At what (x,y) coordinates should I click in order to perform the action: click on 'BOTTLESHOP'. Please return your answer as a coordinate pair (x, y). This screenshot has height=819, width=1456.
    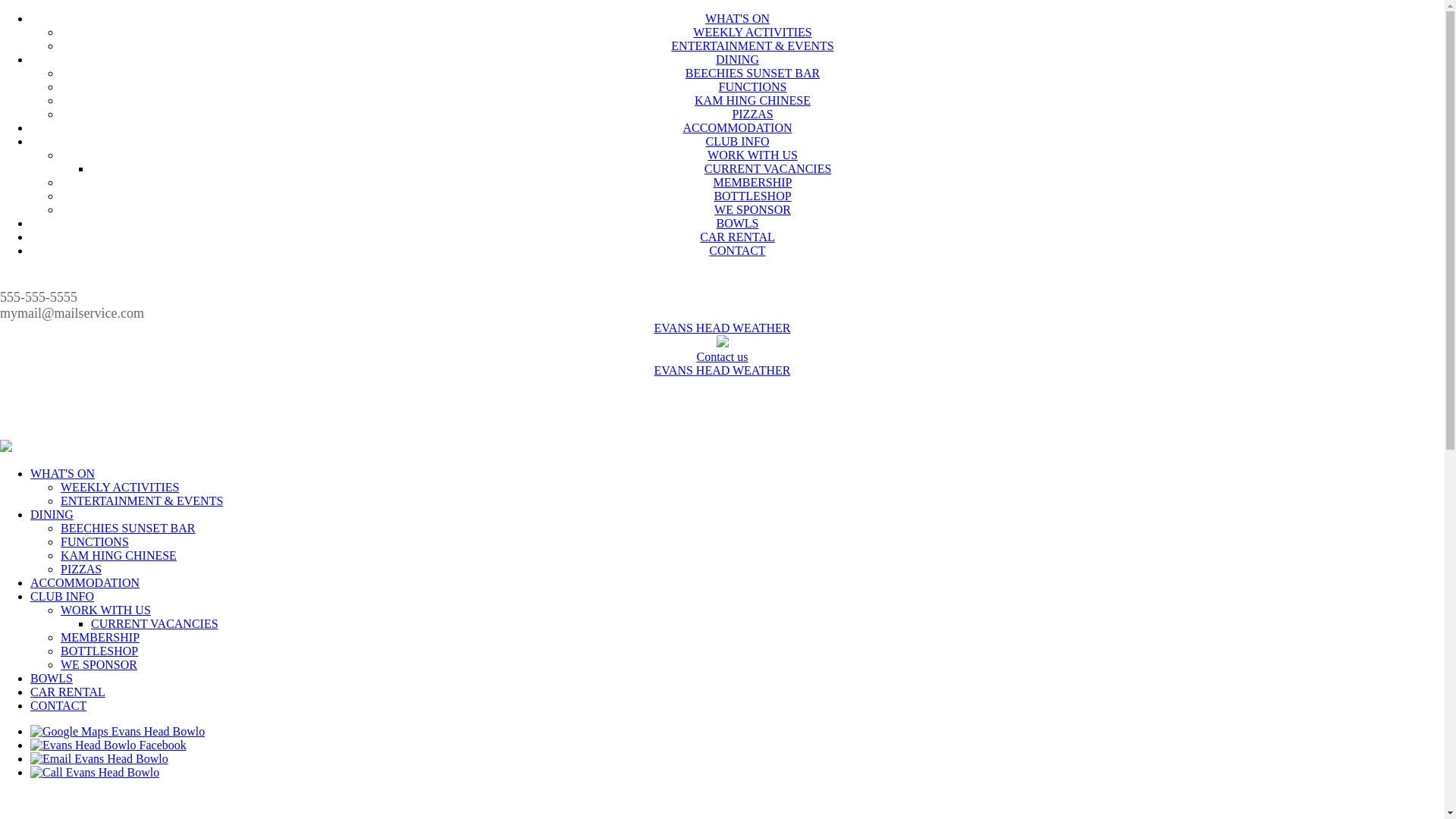
    Looking at the image, I should click on (752, 195).